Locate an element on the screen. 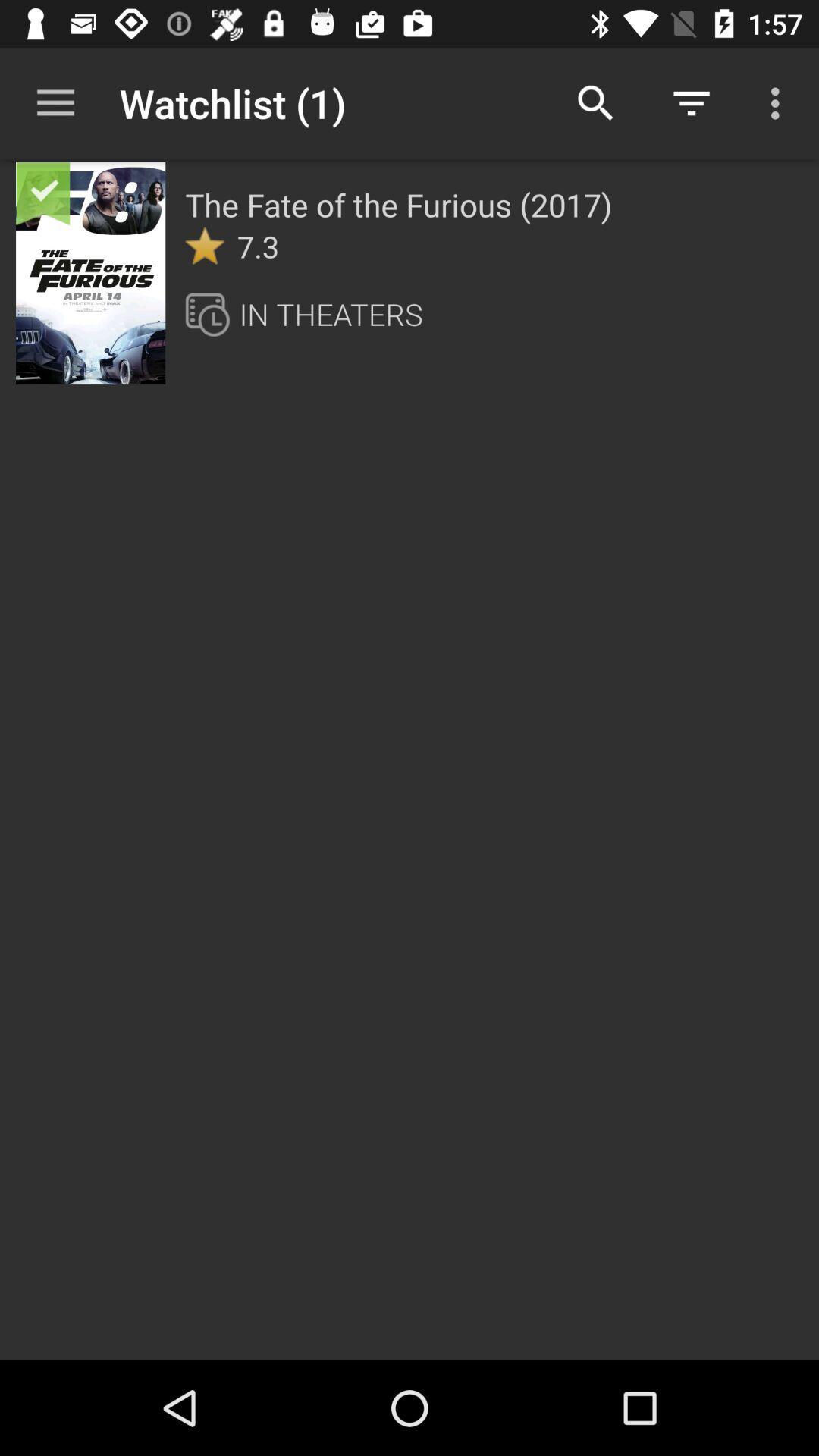 Image resolution: width=819 pixels, height=1456 pixels. the icon to the left of the the fate of item is located at coordinates (133, 190).